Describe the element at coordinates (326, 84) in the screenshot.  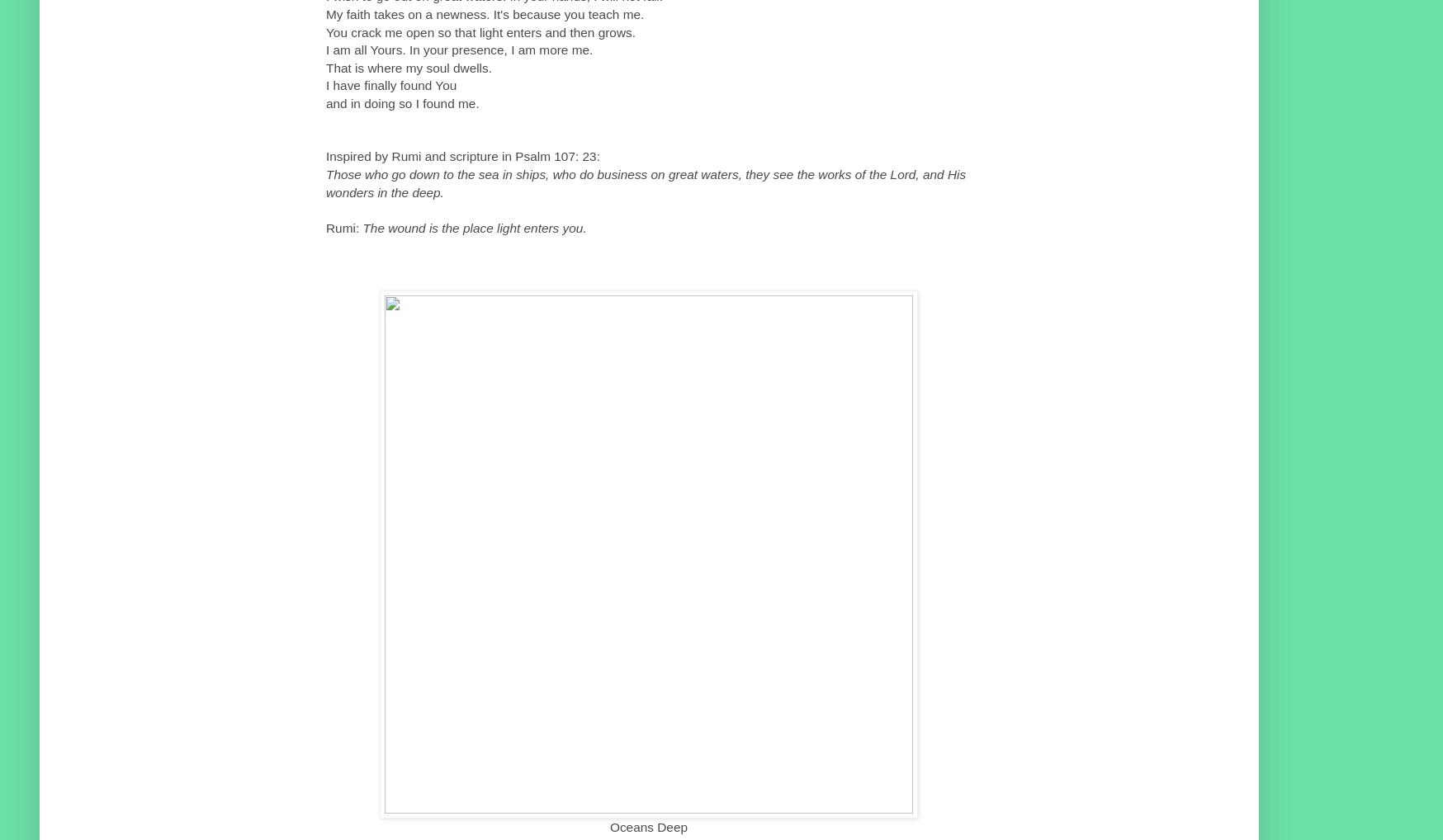
I see `'I have finally found You'` at that location.